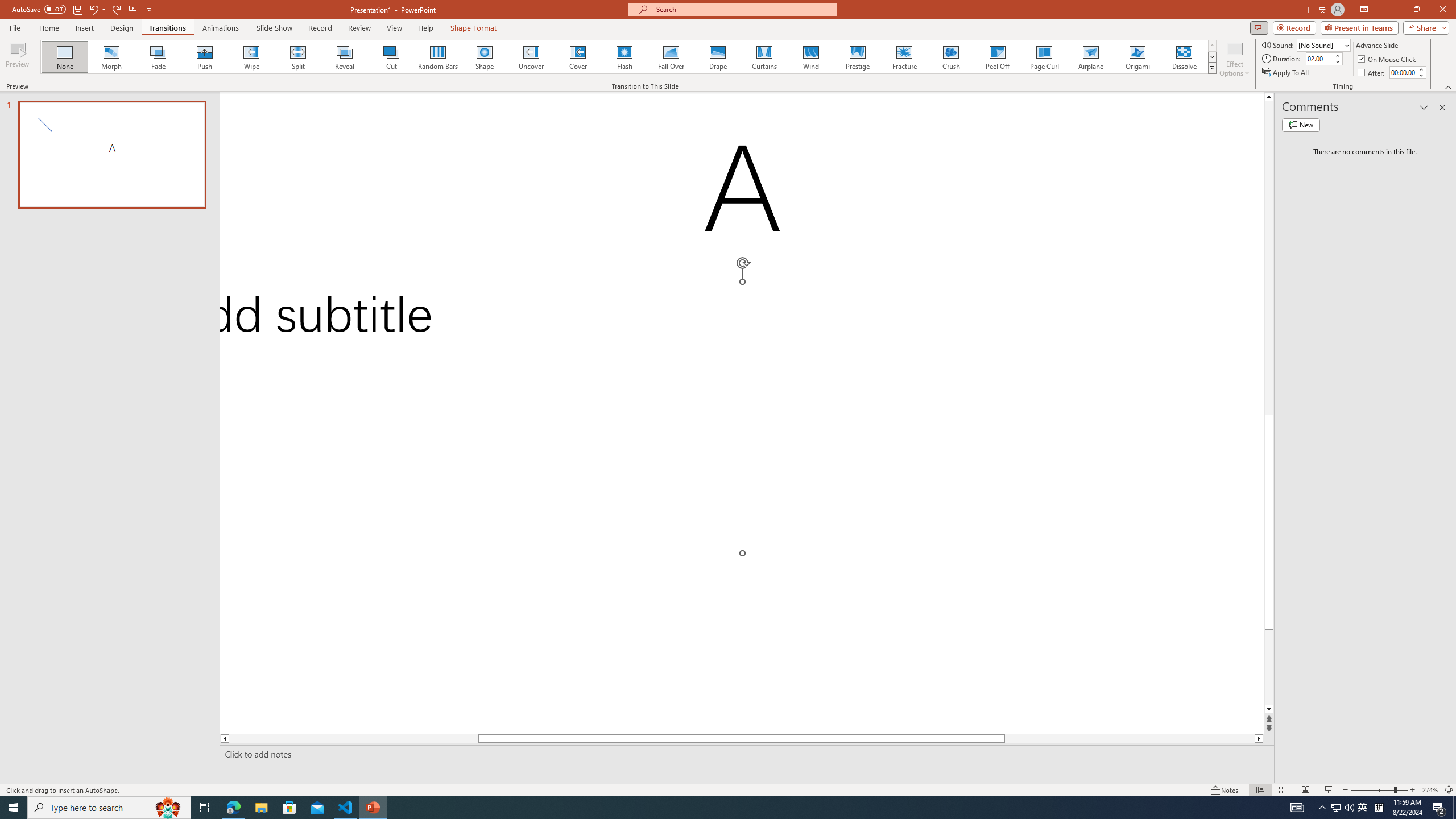 The height and width of the screenshot is (819, 1456). I want to click on 'Morph', so click(111, 56).